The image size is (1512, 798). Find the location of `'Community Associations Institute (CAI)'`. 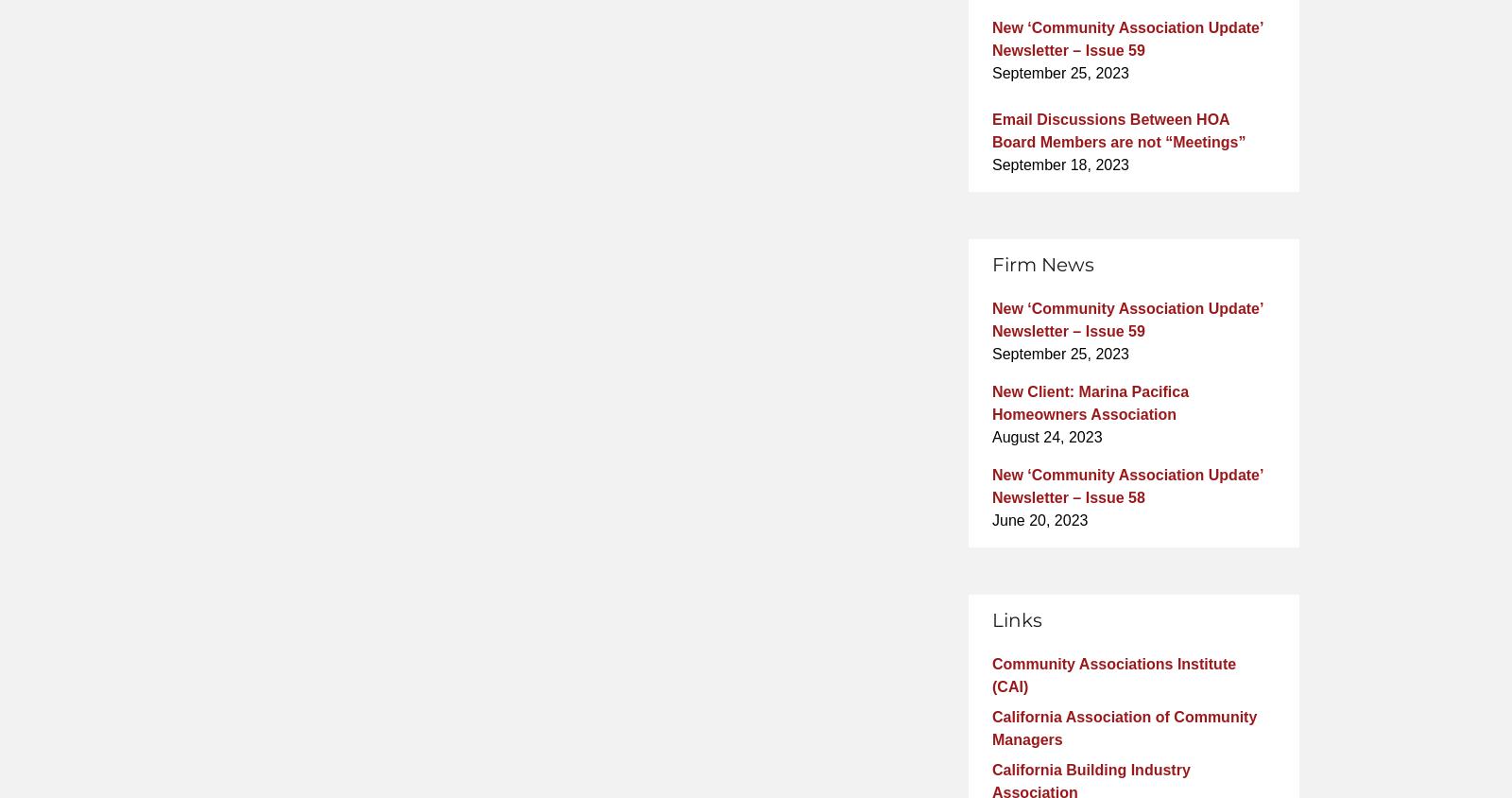

'Community Associations Institute (CAI)' is located at coordinates (1114, 673).